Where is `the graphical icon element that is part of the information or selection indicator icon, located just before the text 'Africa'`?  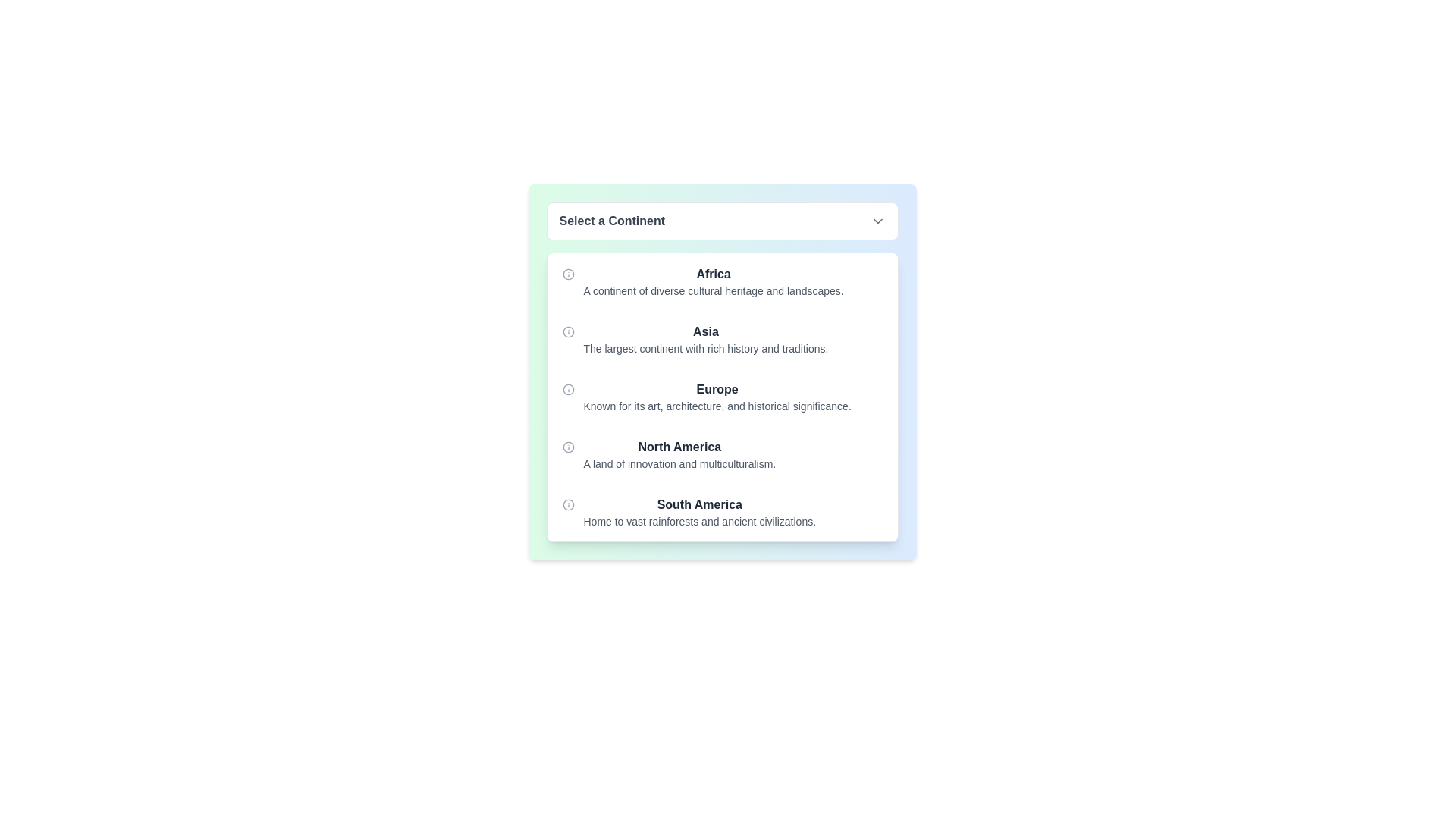
the graphical icon element that is part of the information or selection indicator icon, located just before the text 'Africa' is located at coordinates (567, 275).